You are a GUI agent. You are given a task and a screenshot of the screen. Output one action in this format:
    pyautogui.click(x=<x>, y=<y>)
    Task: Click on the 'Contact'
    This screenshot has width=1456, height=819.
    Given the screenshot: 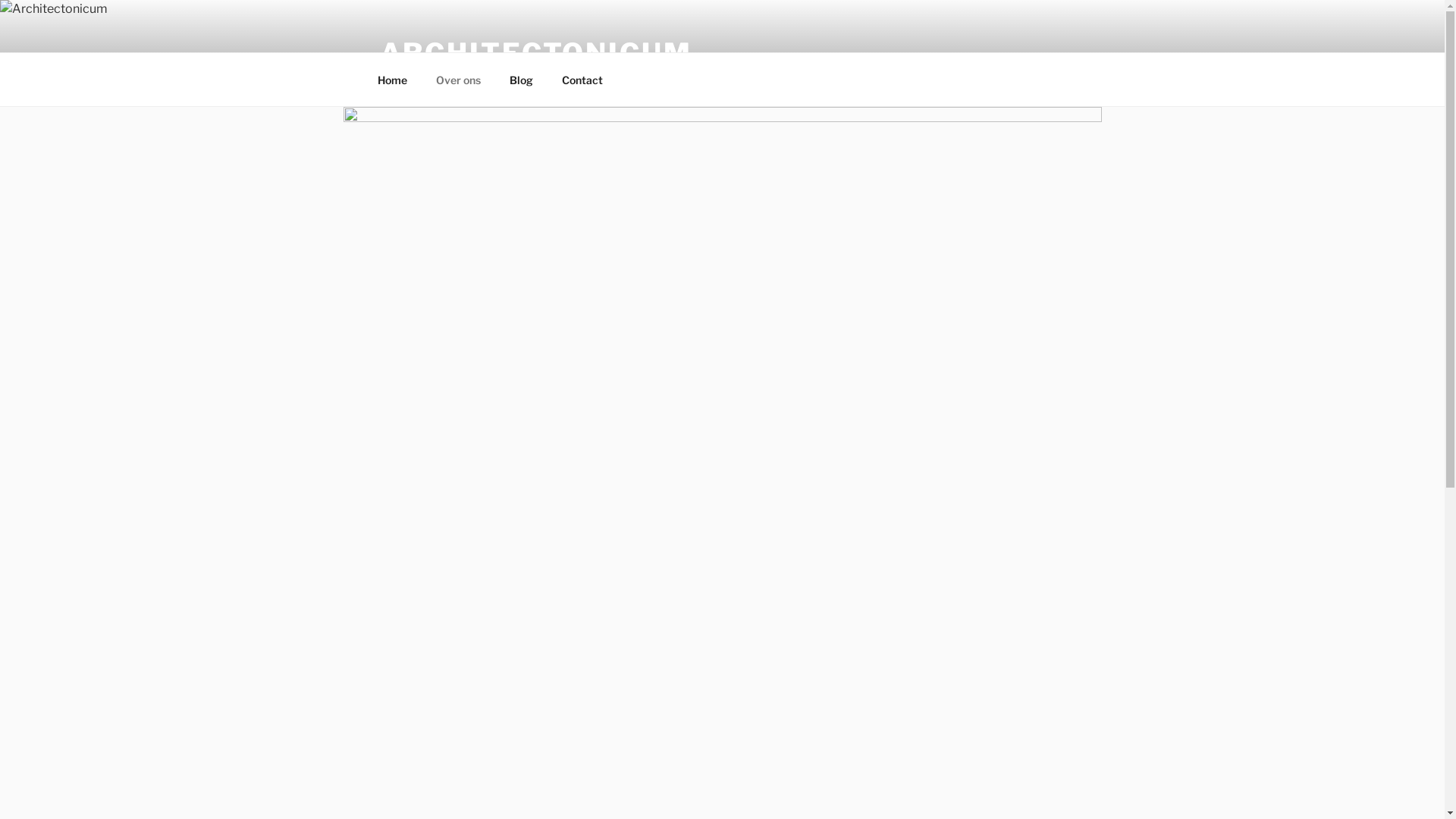 What is the action you would take?
    pyautogui.click(x=582, y=79)
    